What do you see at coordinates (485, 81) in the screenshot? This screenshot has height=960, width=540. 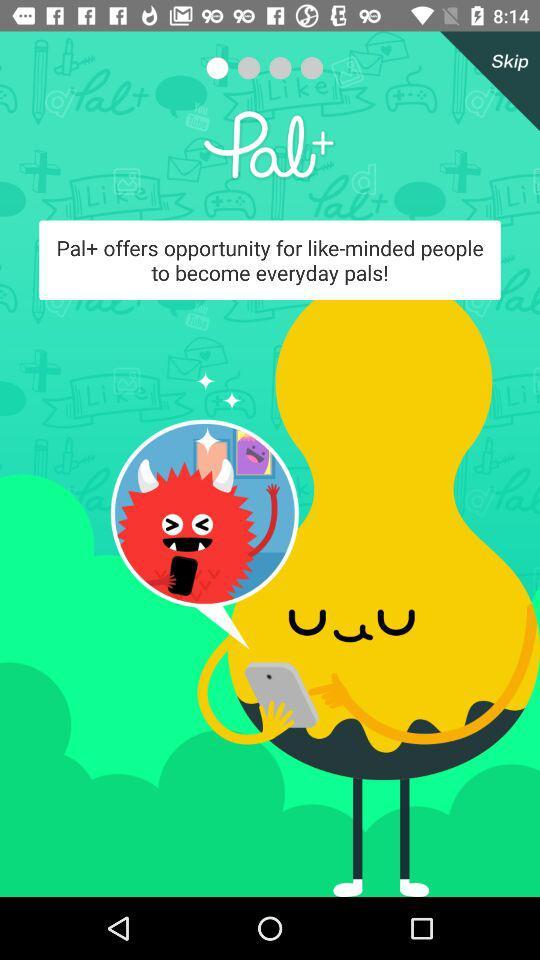 I see `the icon at the top right corner` at bounding box center [485, 81].